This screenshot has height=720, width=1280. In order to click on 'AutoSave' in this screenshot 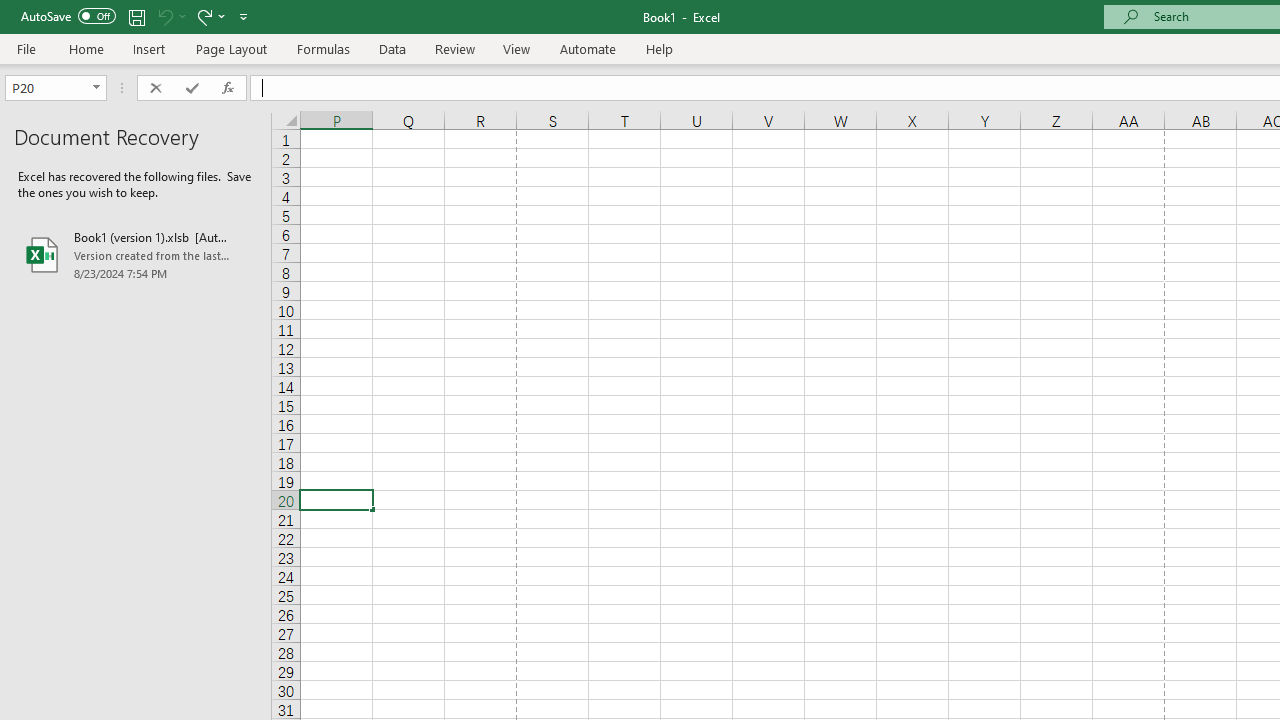, I will do `click(68, 16)`.